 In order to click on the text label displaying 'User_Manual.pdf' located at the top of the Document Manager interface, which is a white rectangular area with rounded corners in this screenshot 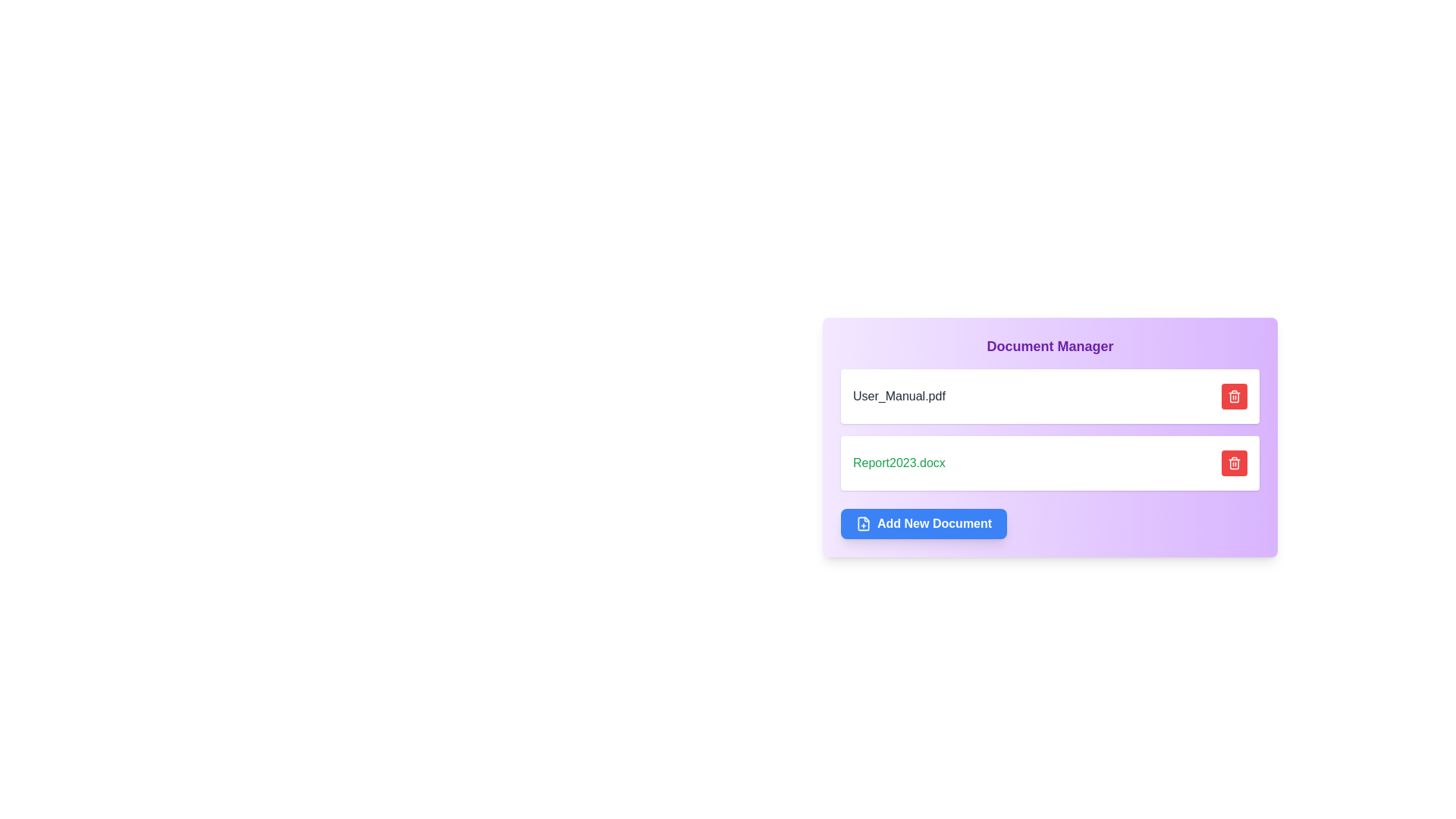, I will do `click(899, 396)`.